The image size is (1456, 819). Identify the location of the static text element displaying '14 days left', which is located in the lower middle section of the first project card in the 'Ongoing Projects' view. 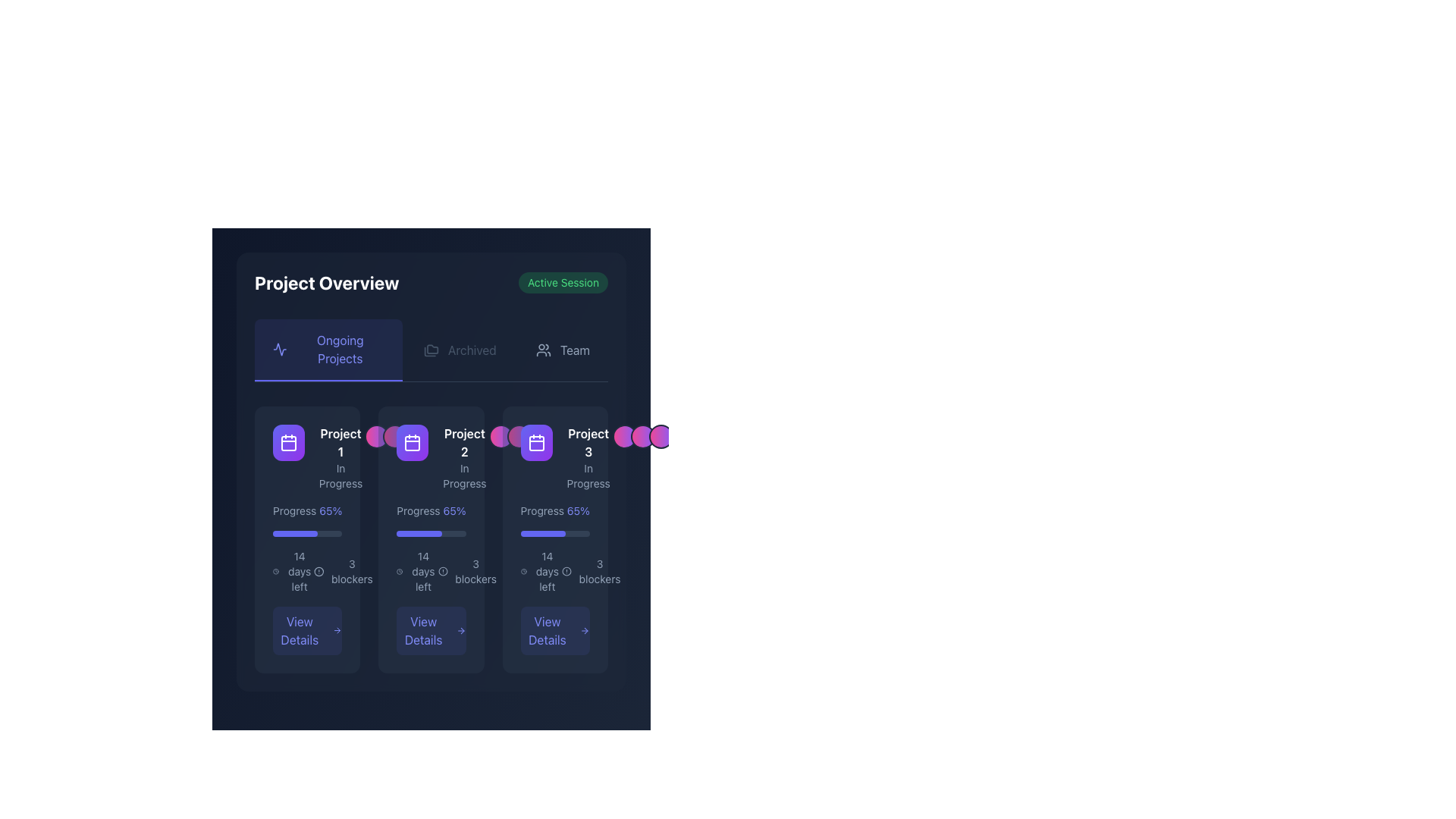
(300, 571).